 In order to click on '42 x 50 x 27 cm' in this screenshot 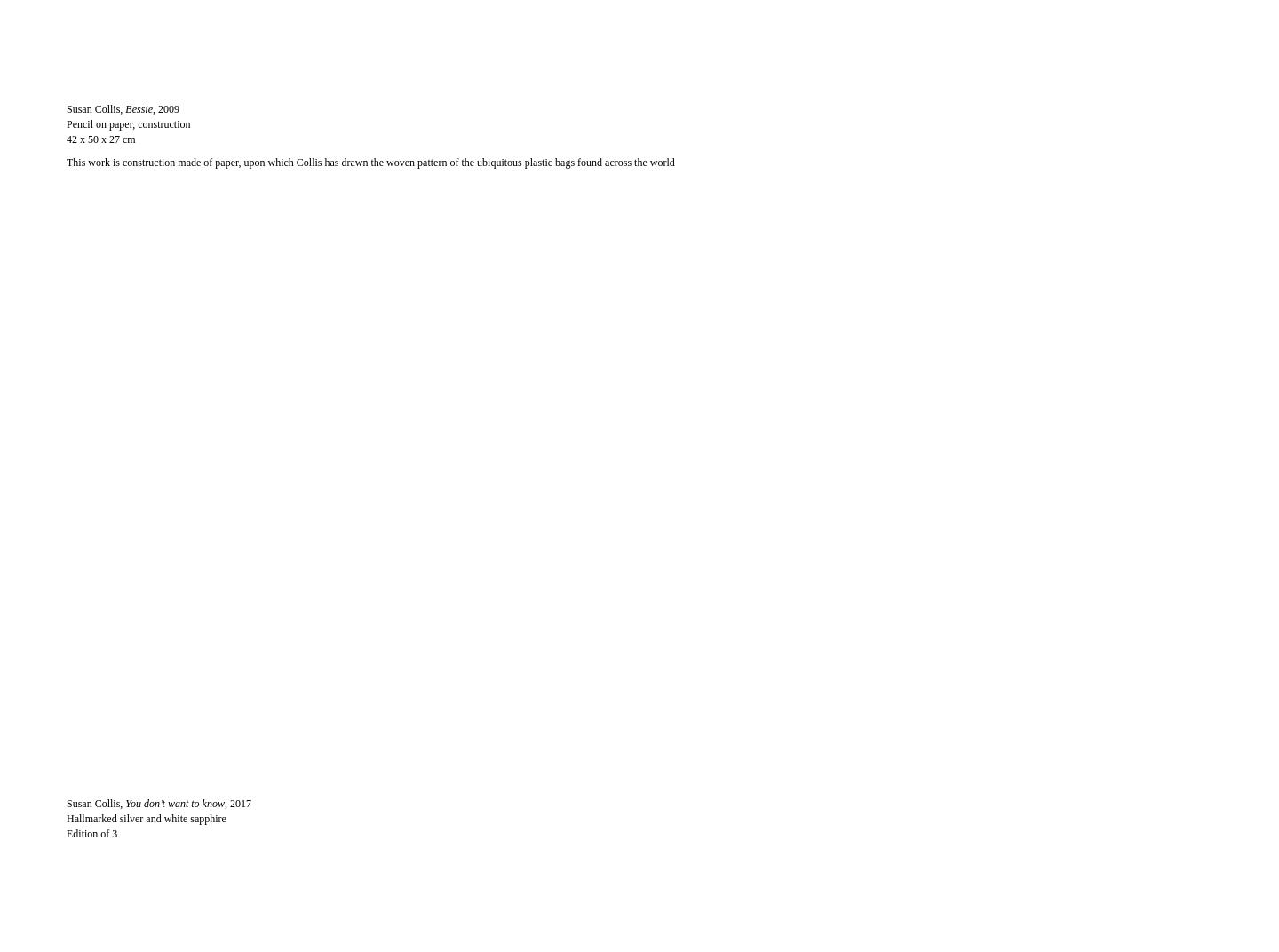, I will do `click(100, 139)`.